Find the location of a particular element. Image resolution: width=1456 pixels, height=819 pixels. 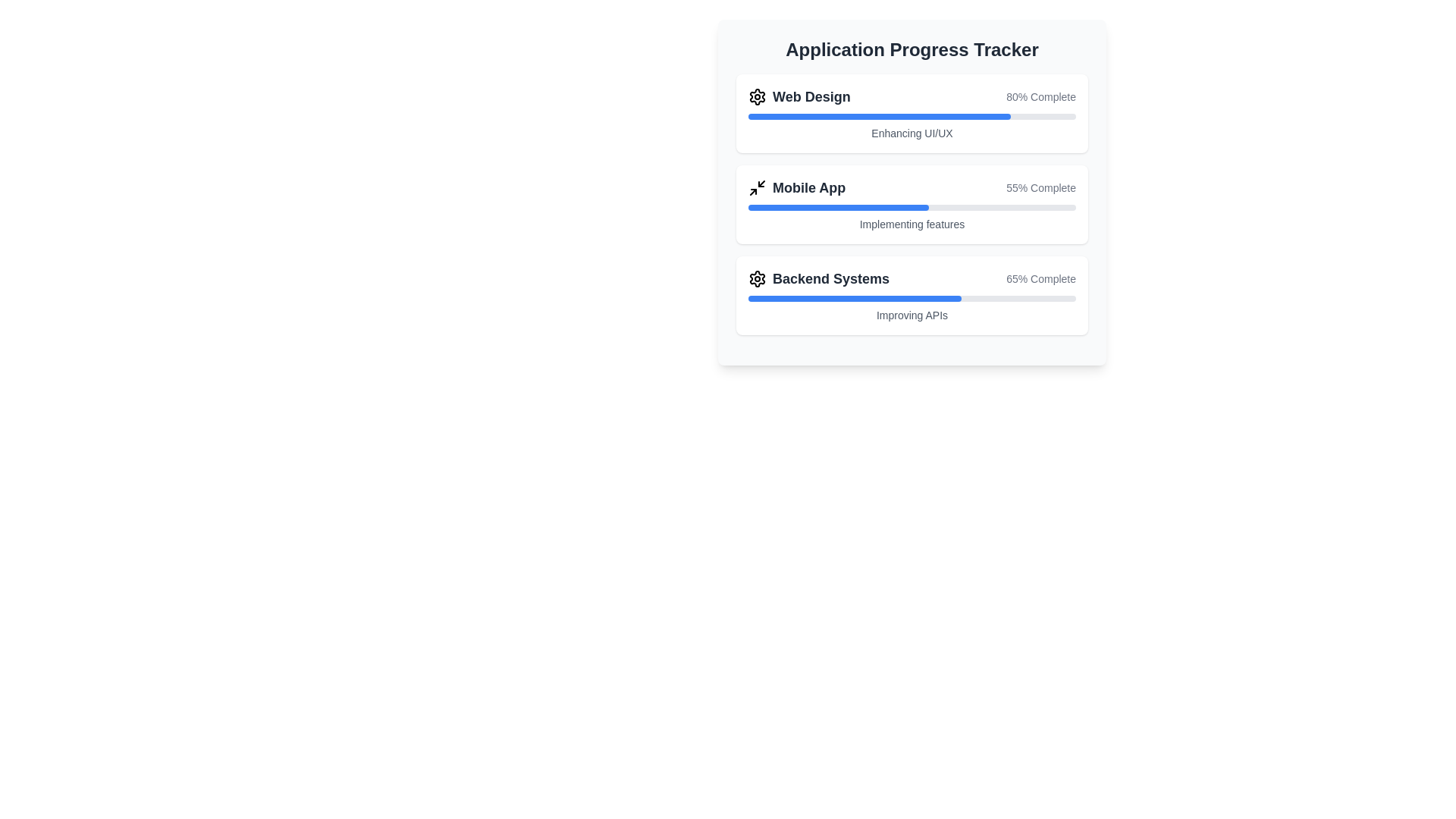

the Progress Indicator that visually represents 80% completion of the task labeled 'Web Design' in the progress tracker interface is located at coordinates (879, 116).